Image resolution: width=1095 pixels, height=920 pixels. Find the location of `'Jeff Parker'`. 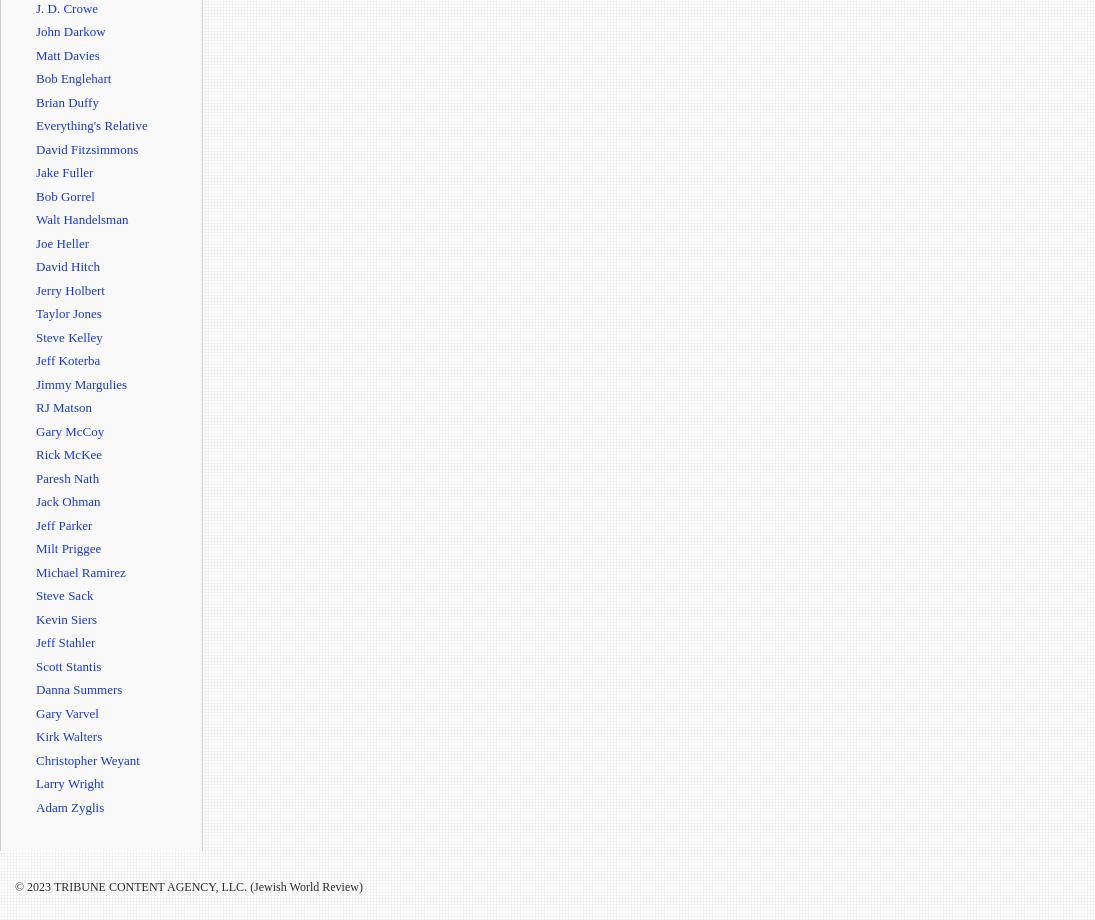

'Jeff Parker' is located at coordinates (62, 524).